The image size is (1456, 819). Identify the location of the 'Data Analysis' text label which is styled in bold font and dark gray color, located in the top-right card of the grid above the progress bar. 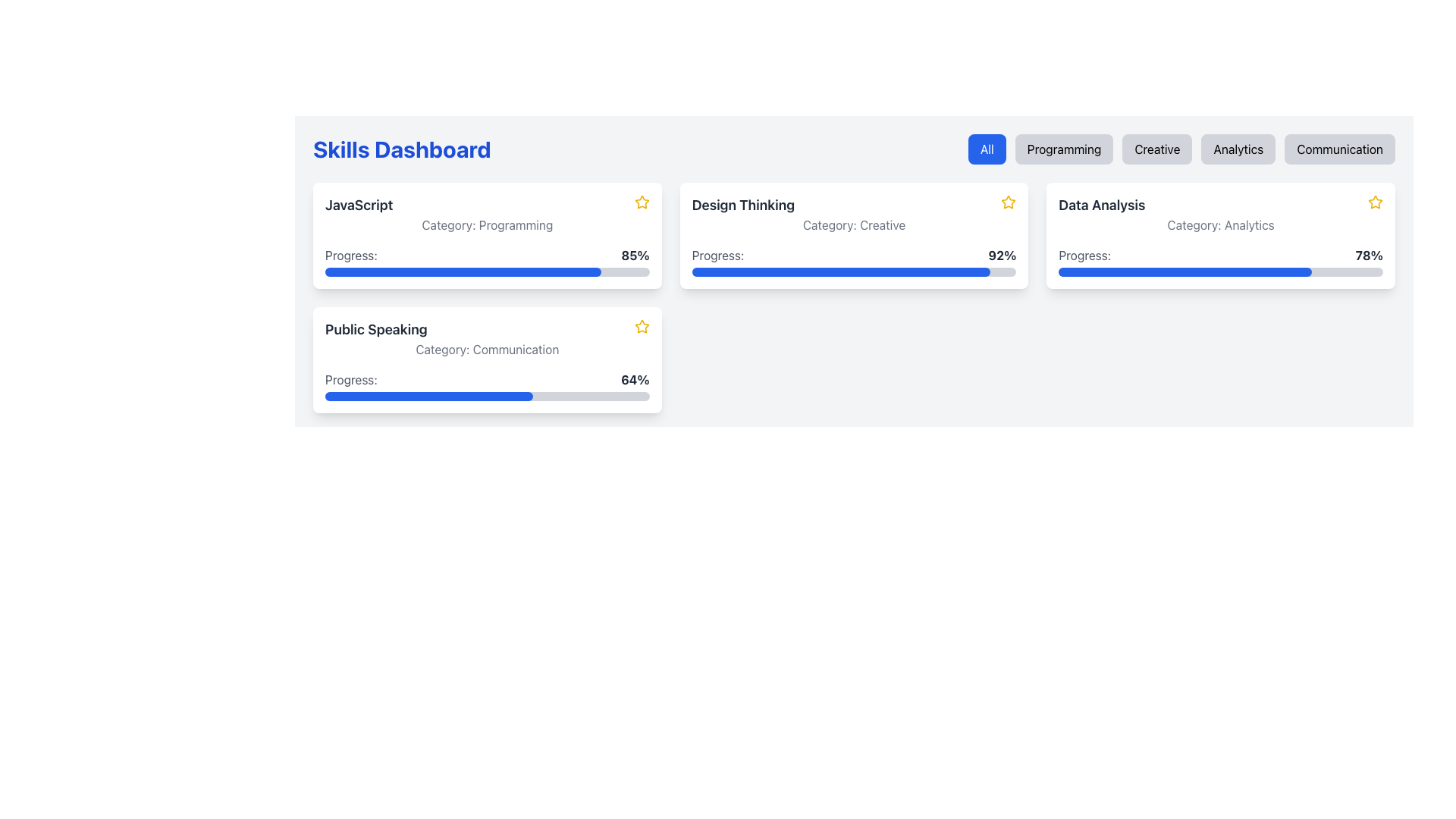
(1102, 205).